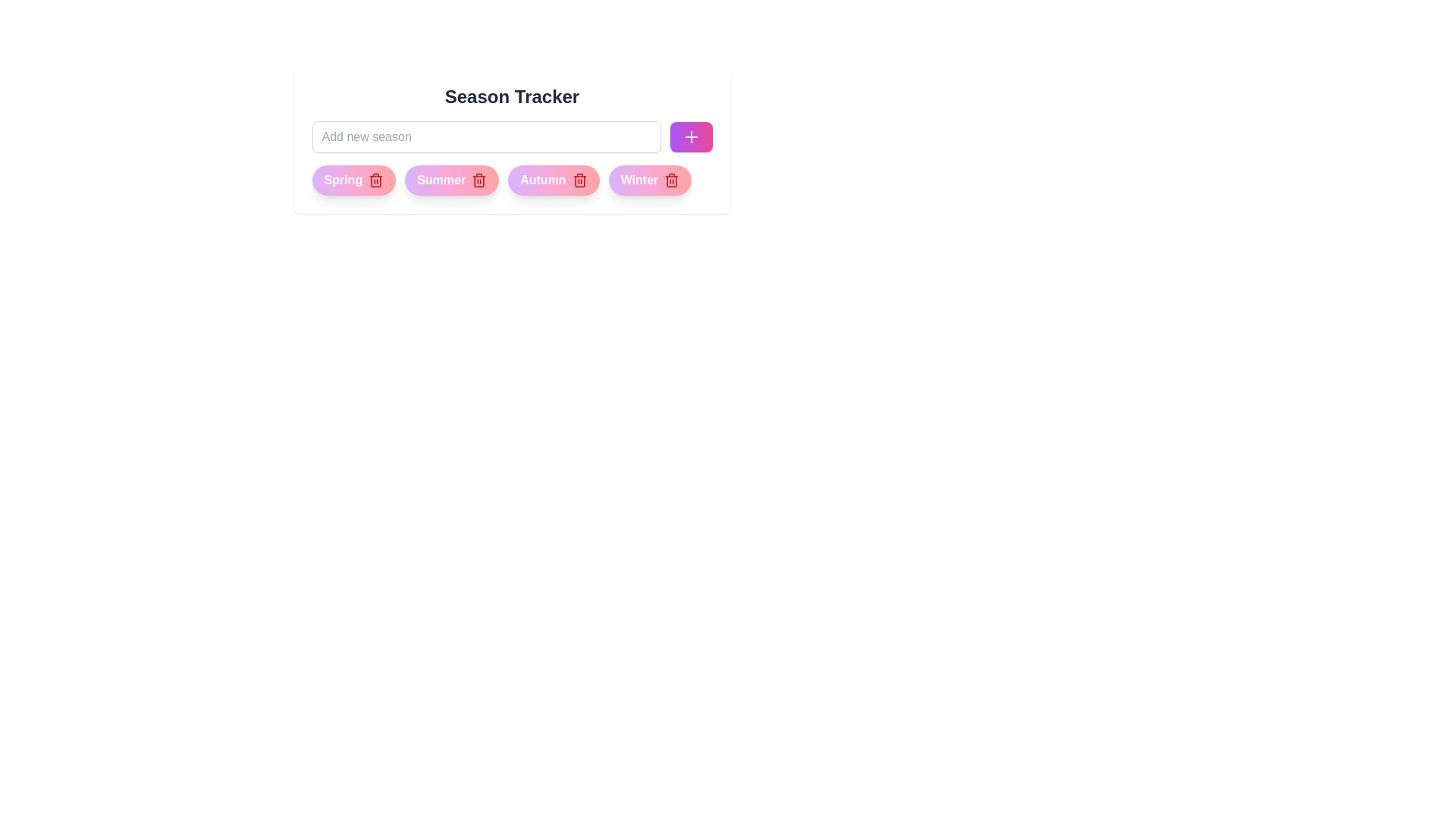  Describe the element at coordinates (486, 137) in the screenshot. I see `the text in the input field to 22` at that location.